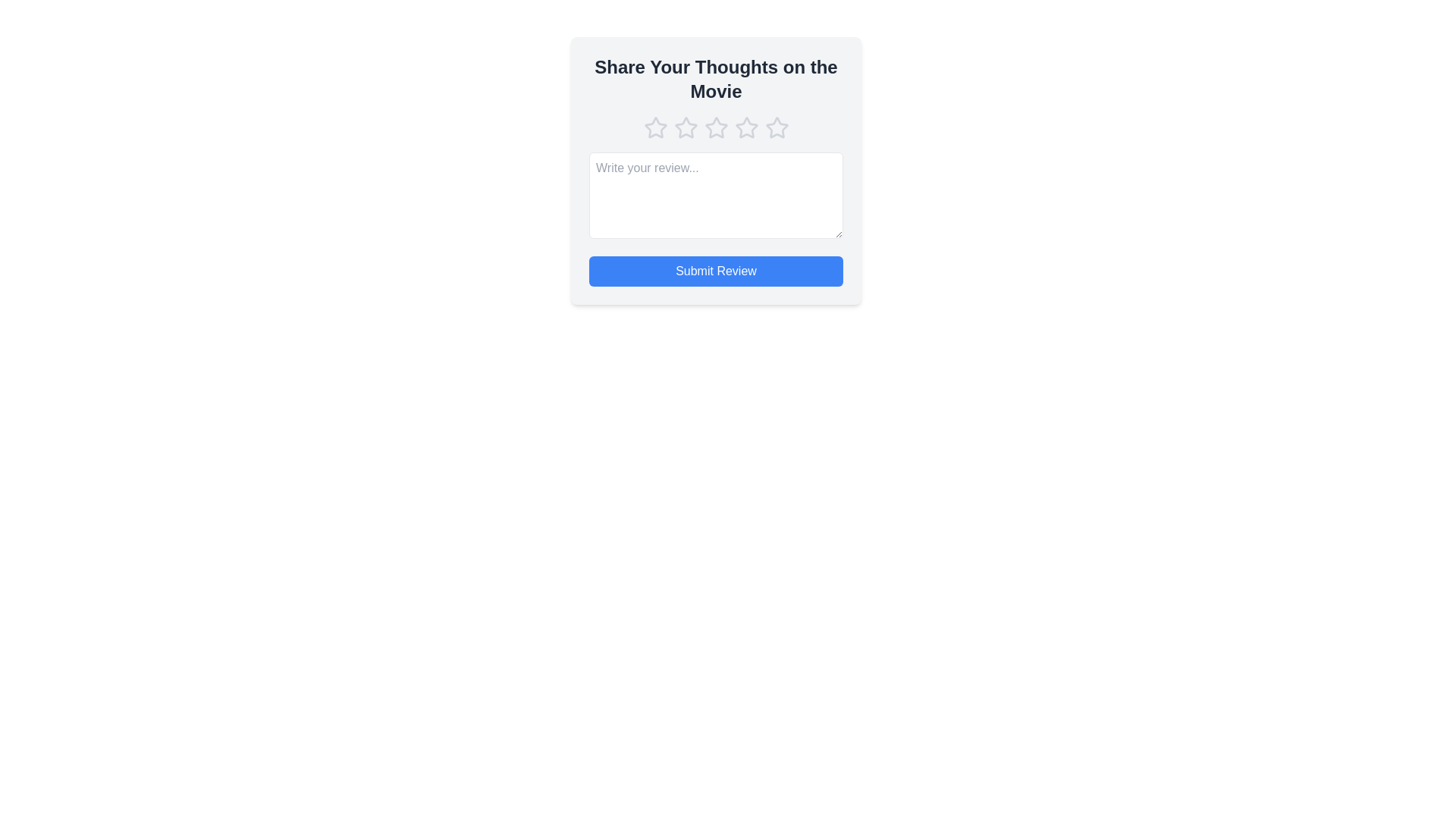 The height and width of the screenshot is (819, 1456). Describe the element at coordinates (746, 127) in the screenshot. I see `the third star icon in the rating system` at that location.